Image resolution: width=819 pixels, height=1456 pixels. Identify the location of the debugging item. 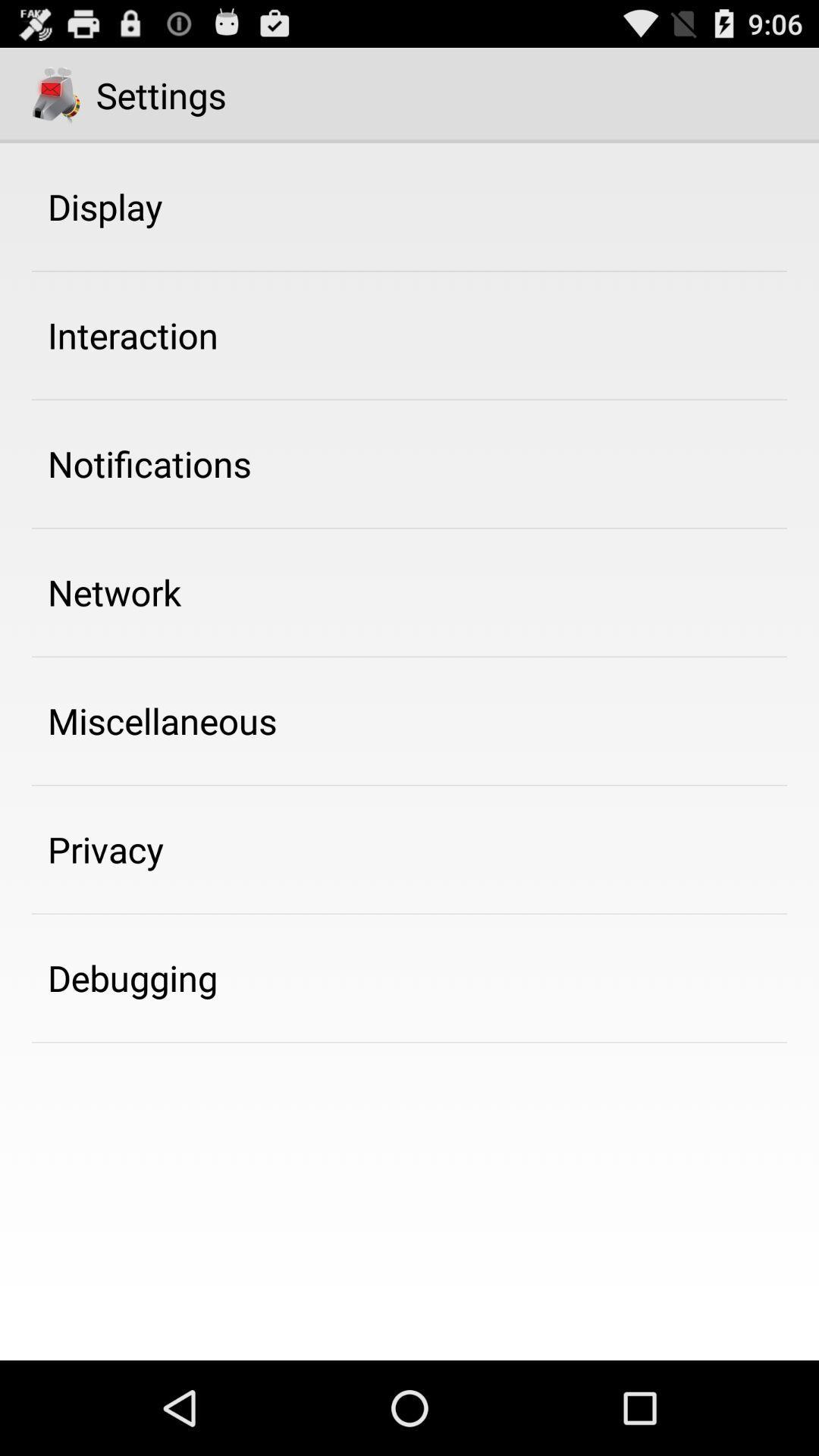
(132, 977).